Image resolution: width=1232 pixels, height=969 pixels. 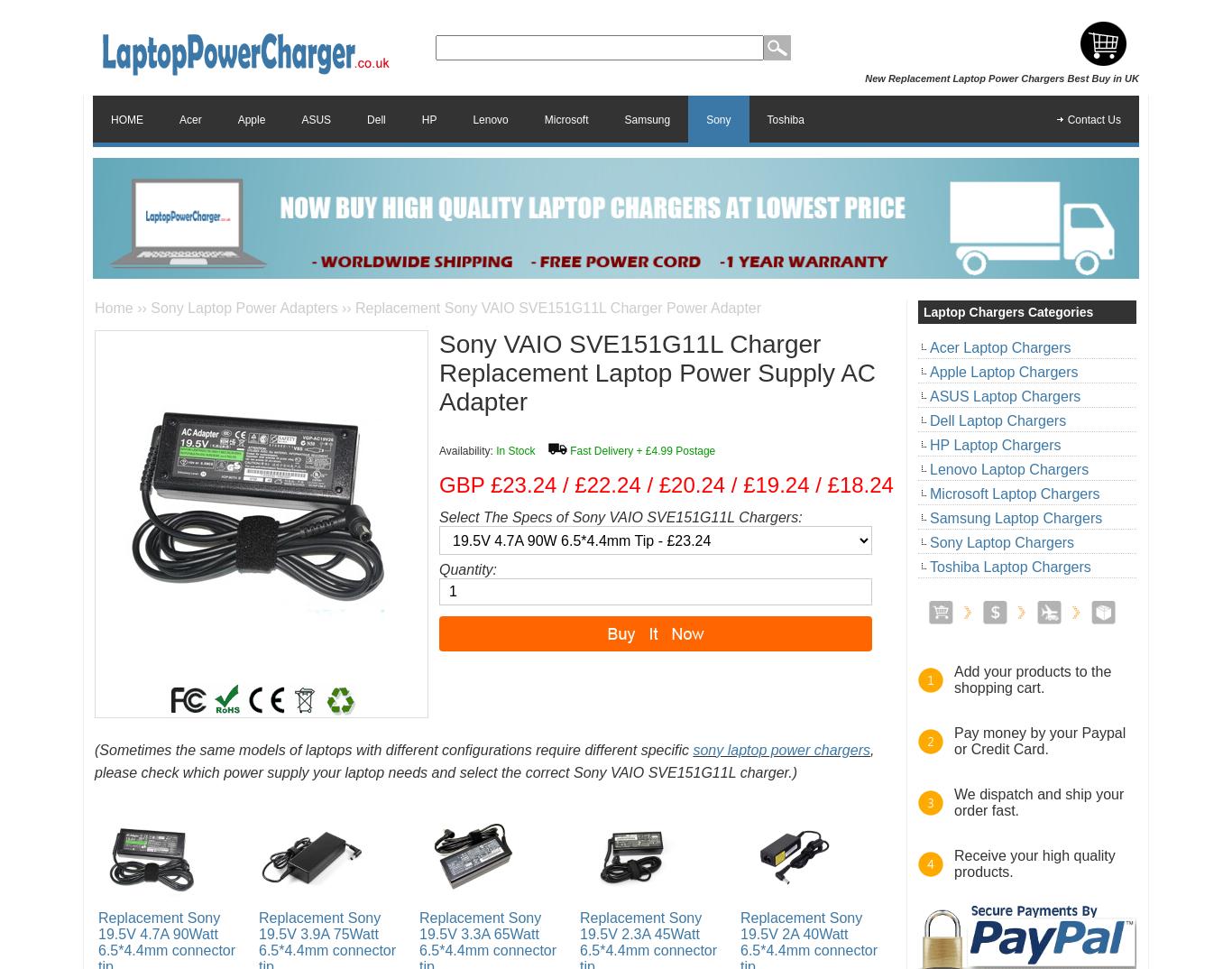 I want to click on 'Dell Laptop Chargers', so click(x=997, y=419).